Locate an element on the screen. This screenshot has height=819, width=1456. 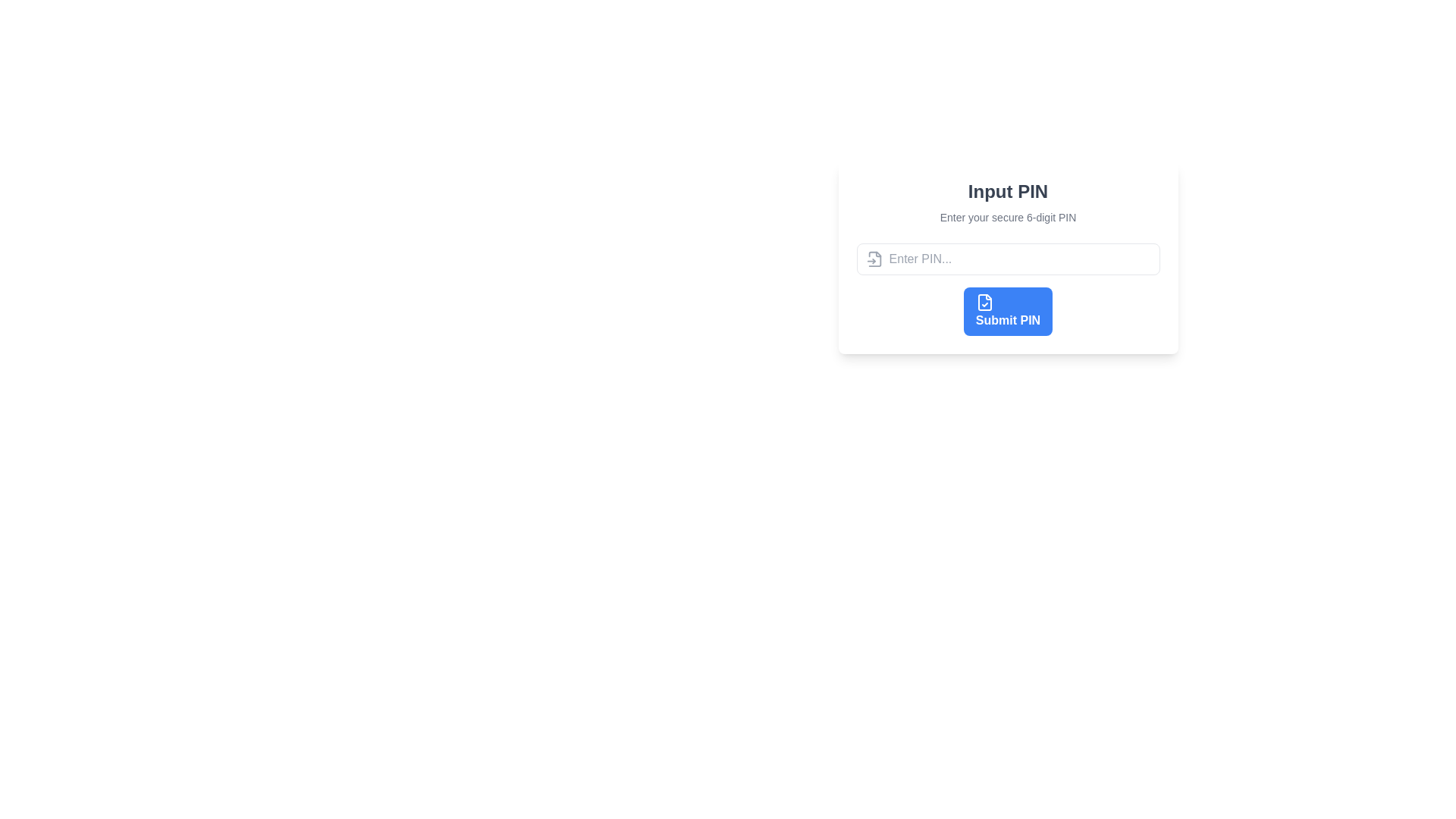
the text label that instructs users to 'Enter your secure 6-digit PIN', which is located directly below the 'Input PIN' header is located at coordinates (1008, 217).